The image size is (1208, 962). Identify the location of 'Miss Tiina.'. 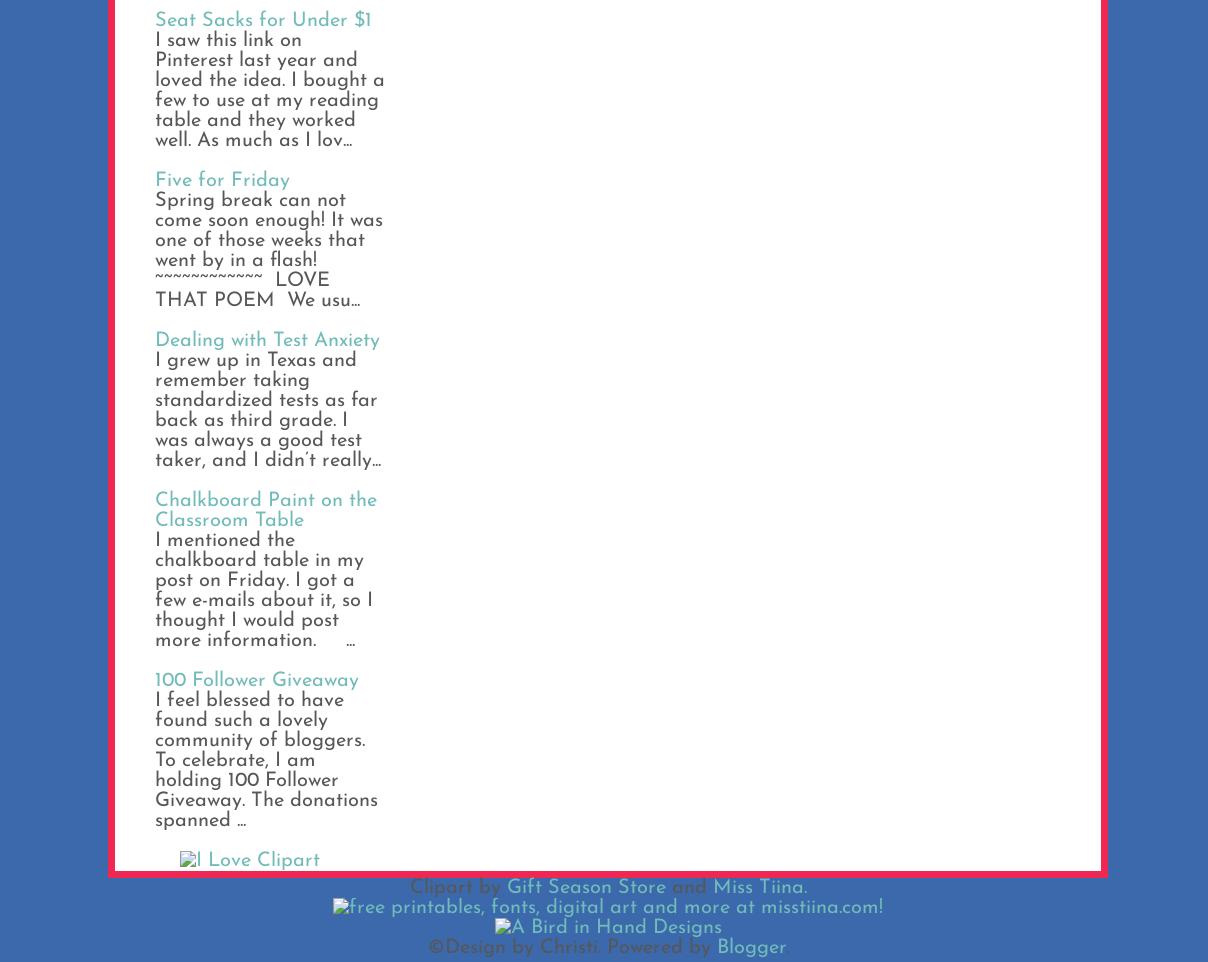
(710, 887).